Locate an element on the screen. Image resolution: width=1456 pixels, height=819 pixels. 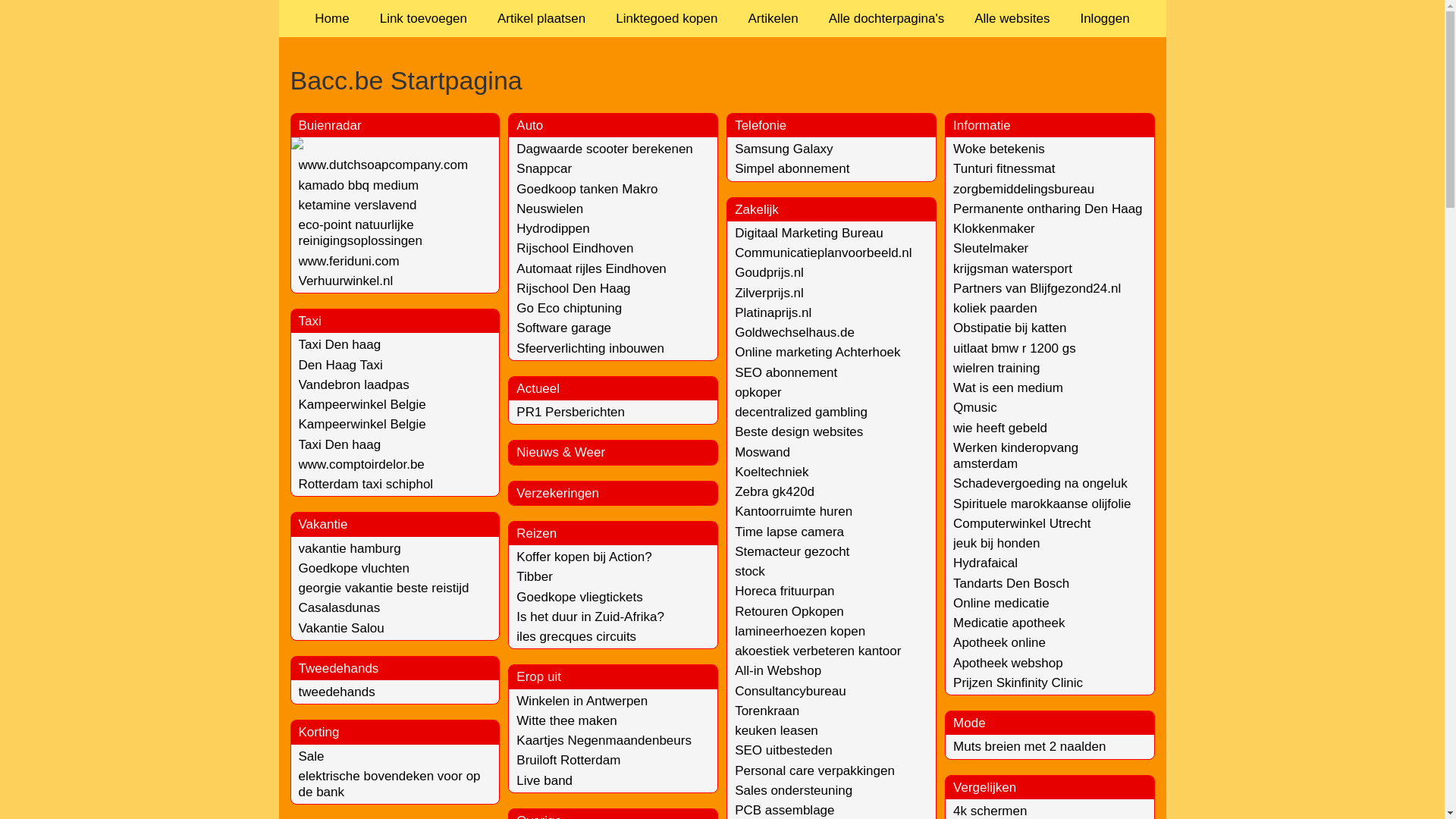
'Mode' is located at coordinates (968, 722).